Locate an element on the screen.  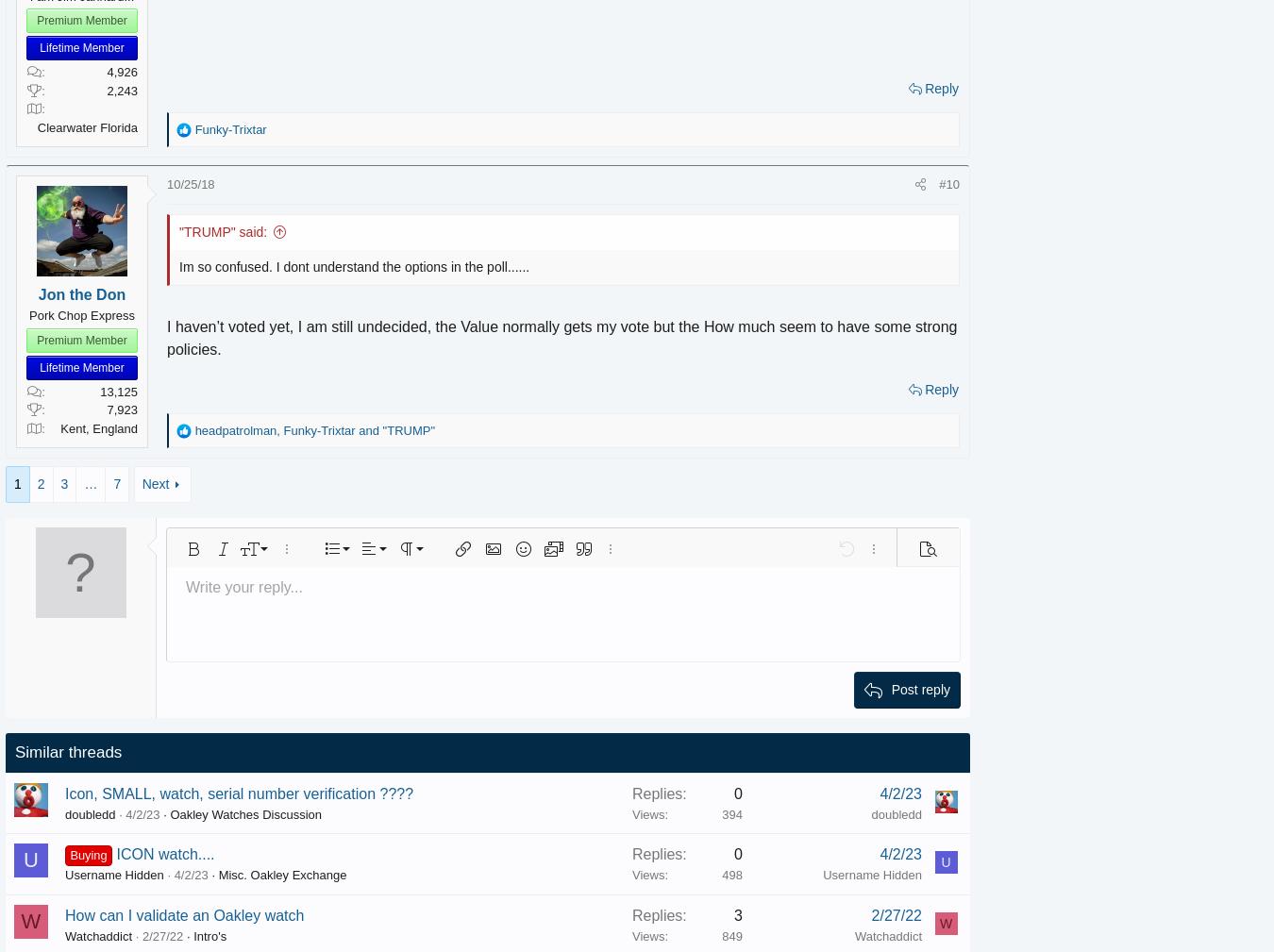
'Post reply' is located at coordinates (890, 690).